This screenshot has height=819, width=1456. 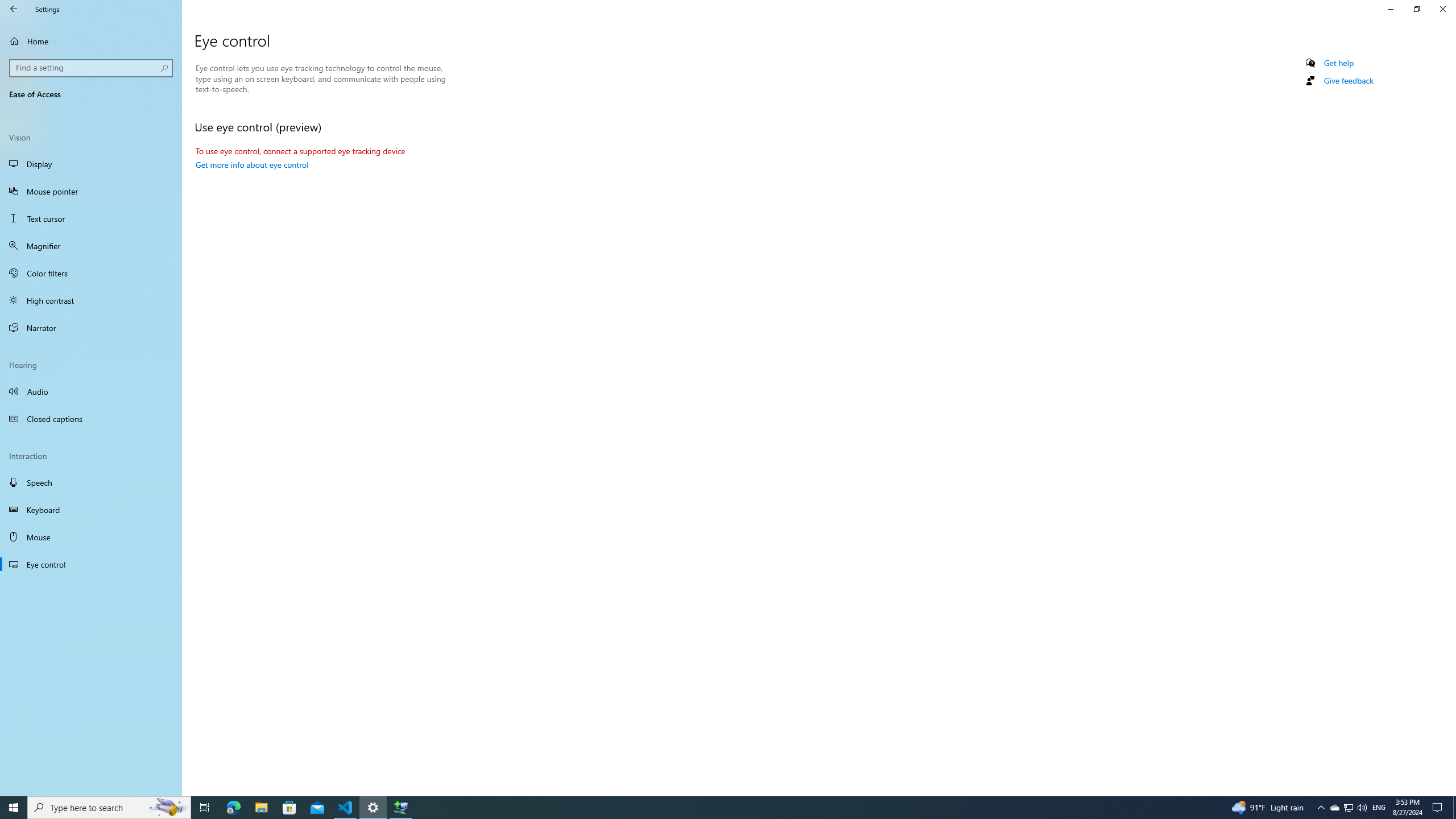 I want to click on 'Get more info about eye control', so click(x=251, y=164).